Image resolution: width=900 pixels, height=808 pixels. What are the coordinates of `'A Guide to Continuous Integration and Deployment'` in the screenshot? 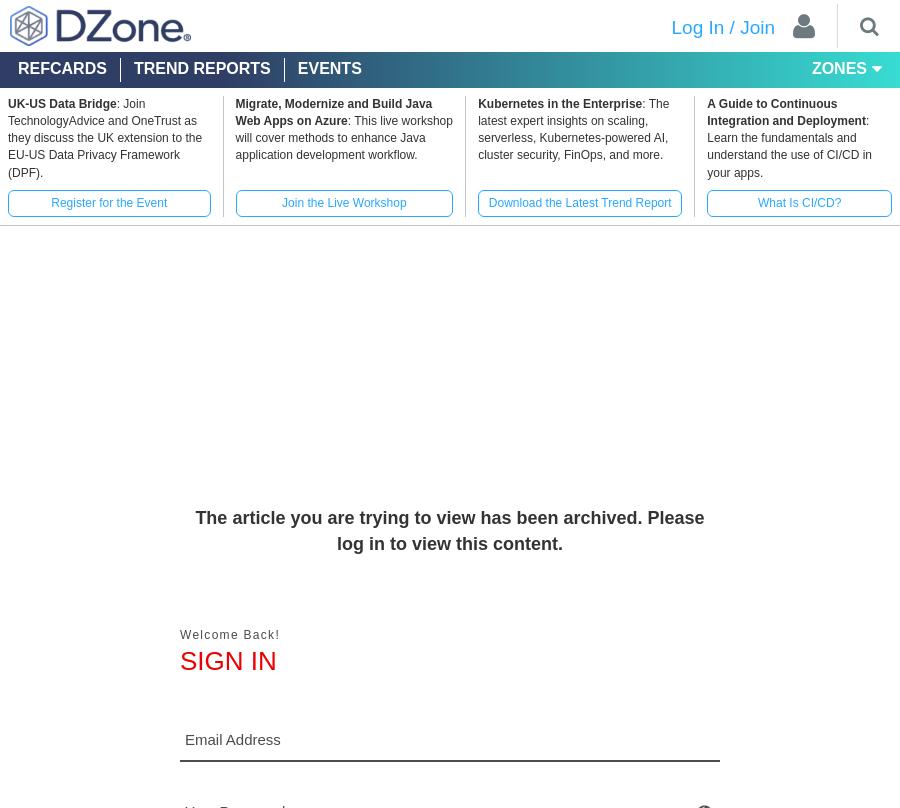 It's located at (706, 111).